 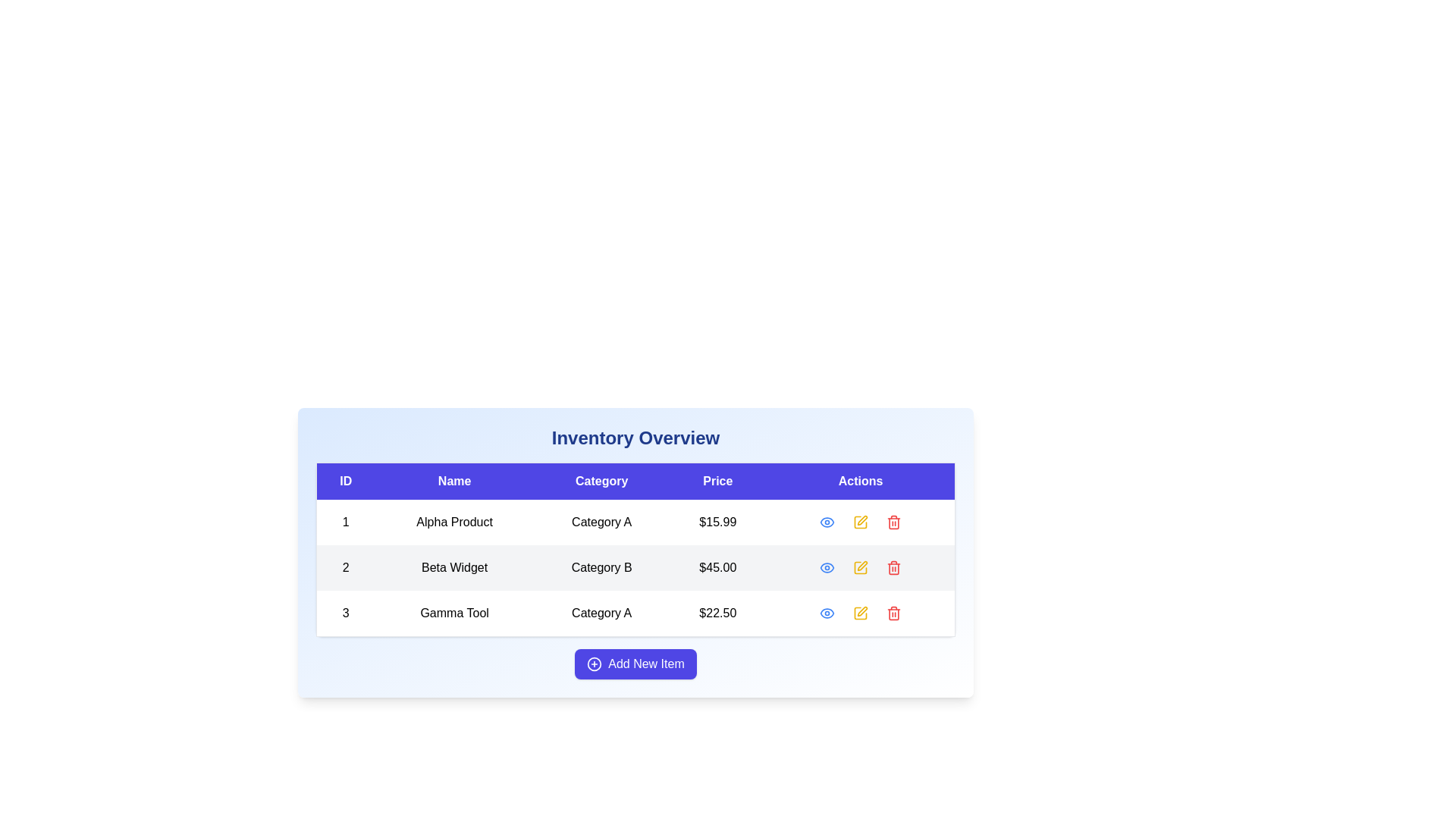 What do you see at coordinates (601, 481) in the screenshot?
I see `the 'Category' table header label, which is the third header in the table with a purple background and white text` at bounding box center [601, 481].